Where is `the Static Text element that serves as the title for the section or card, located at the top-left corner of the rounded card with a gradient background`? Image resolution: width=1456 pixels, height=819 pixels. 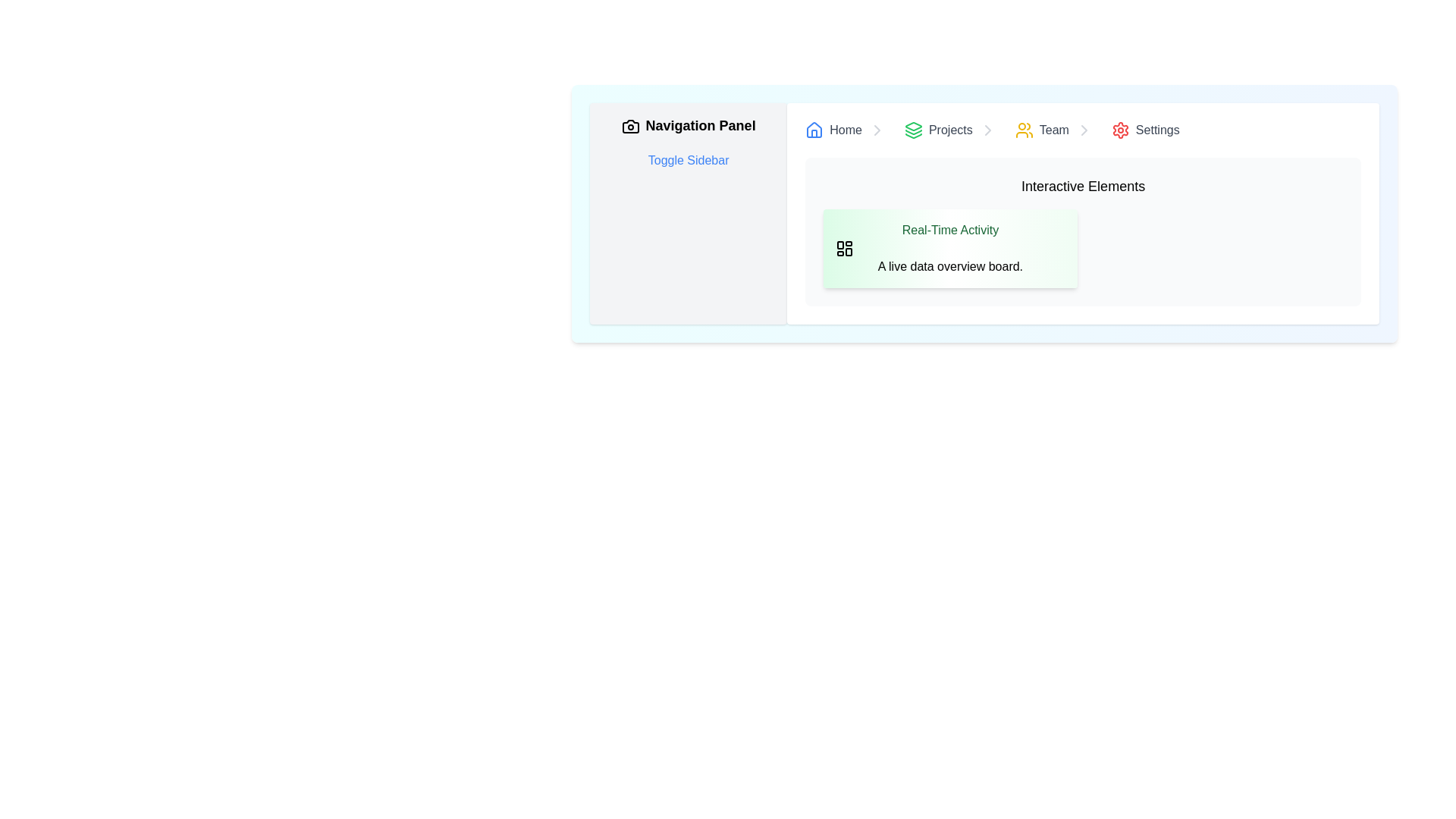 the Static Text element that serves as the title for the section or card, located at the top-left corner of the rounded card with a gradient background is located at coordinates (949, 231).